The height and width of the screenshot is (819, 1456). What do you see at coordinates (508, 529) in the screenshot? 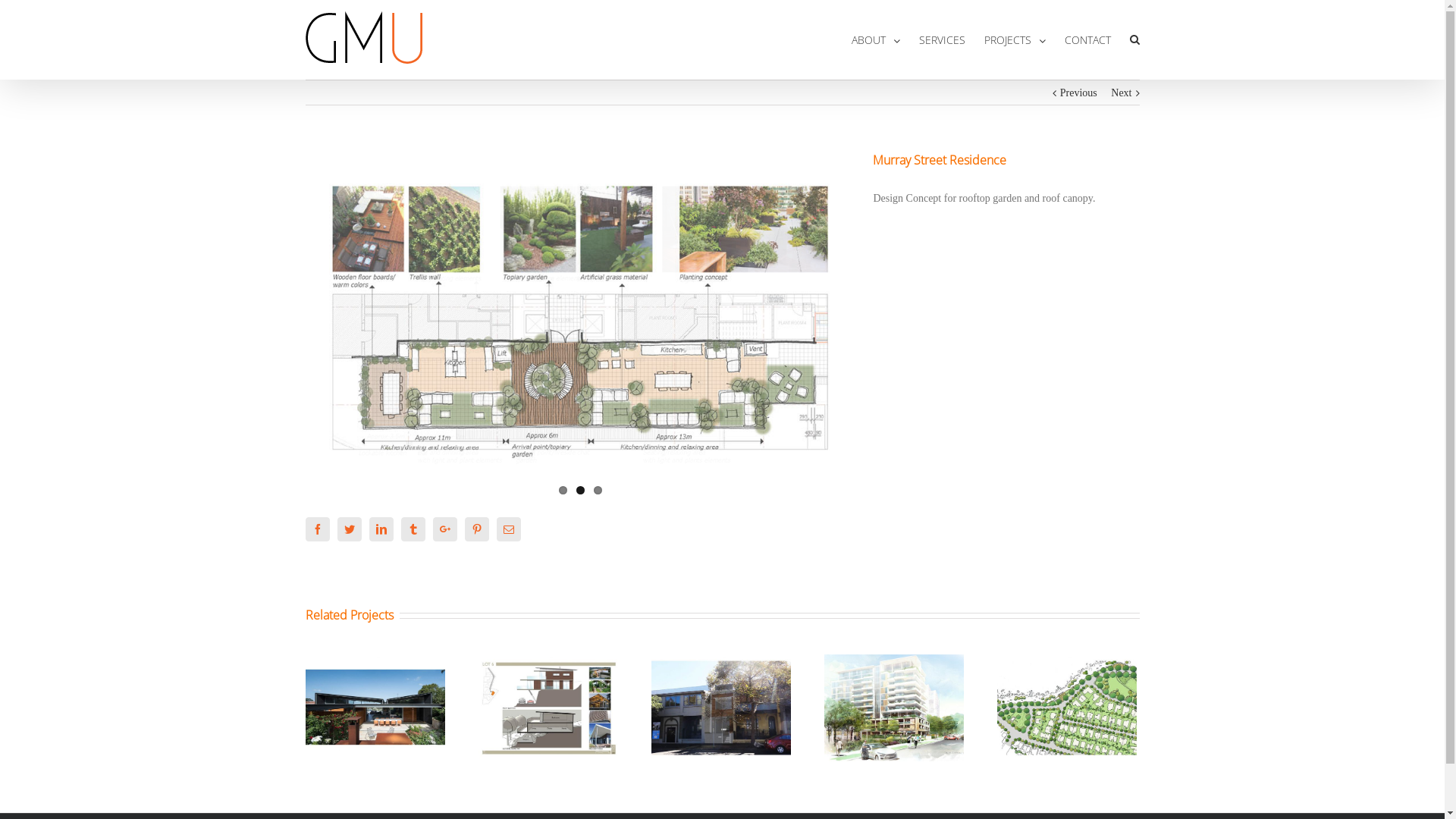
I see `'Email'` at bounding box center [508, 529].